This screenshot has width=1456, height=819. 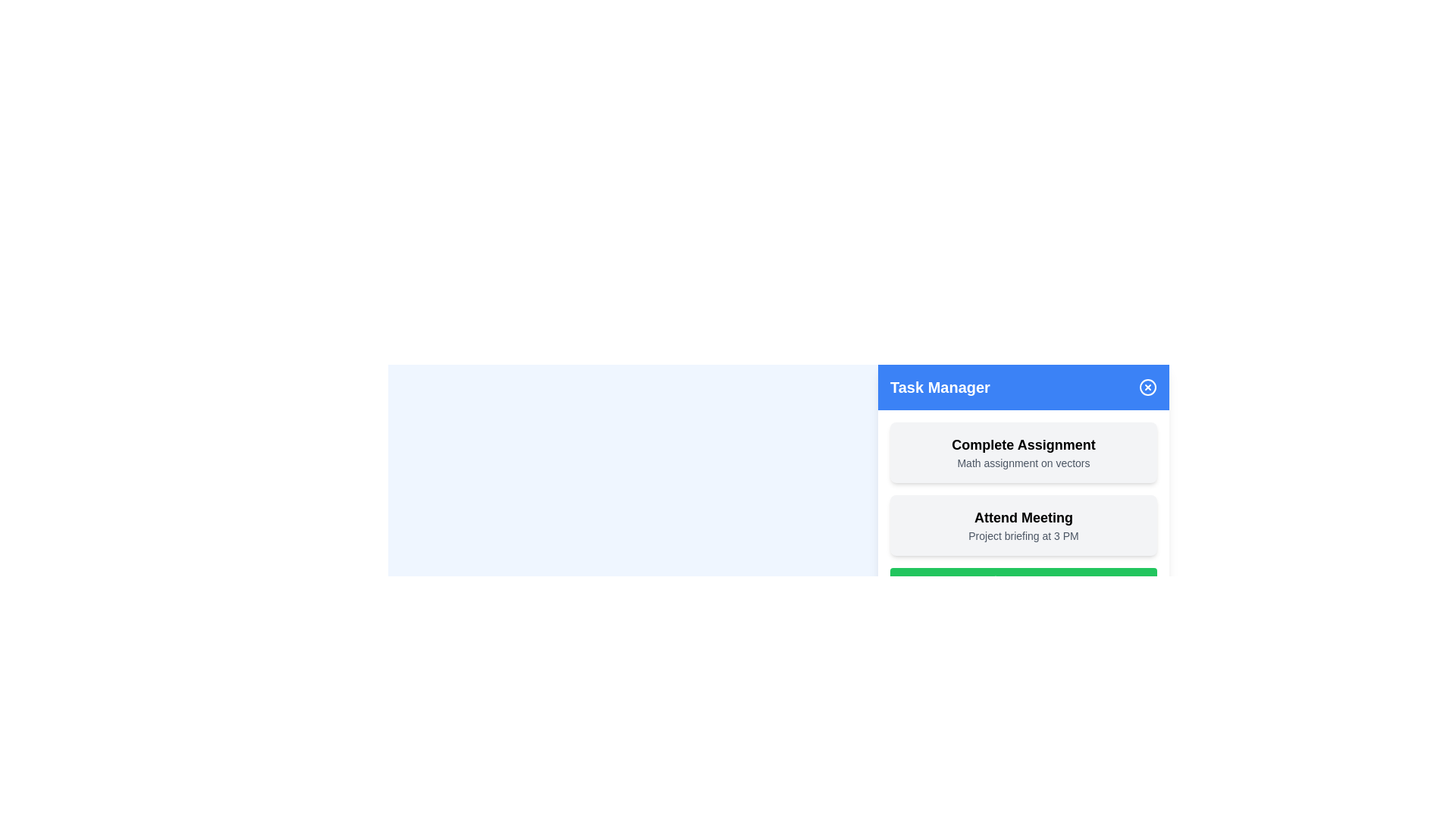 What do you see at coordinates (1147, 386) in the screenshot?
I see `the blue circular icon with a white stroke located in the top-right corner of the Task Manager header` at bounding box center [1147, 386].